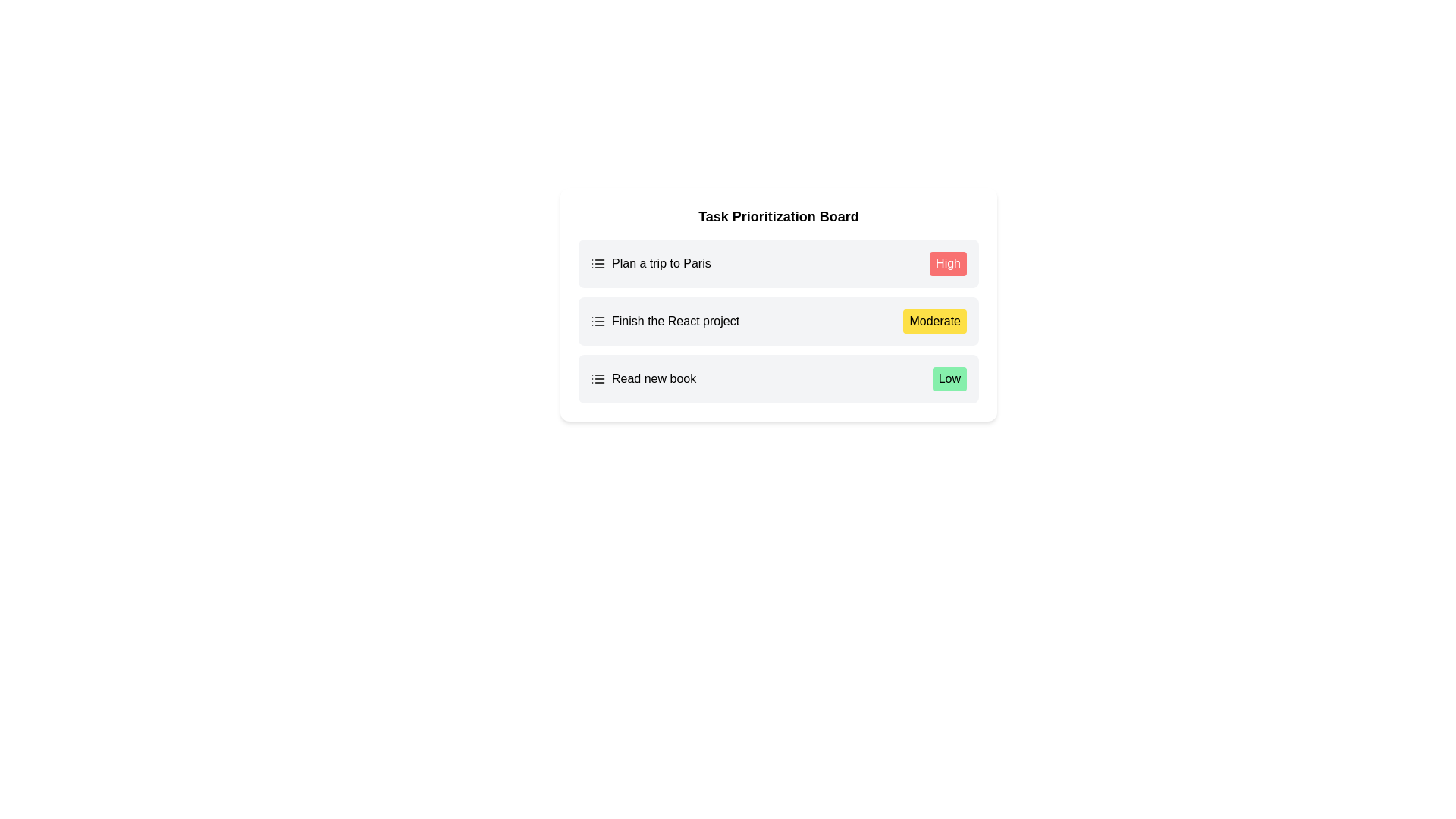  What do you see at coordinates (934, 321) in the screenshot?
I see `Priority label associated with the task 'Finish the React project', located on the right side of the task entry, which is the second element in the vertical stack of tasks on the priority board` at bounding box center [934, 321].